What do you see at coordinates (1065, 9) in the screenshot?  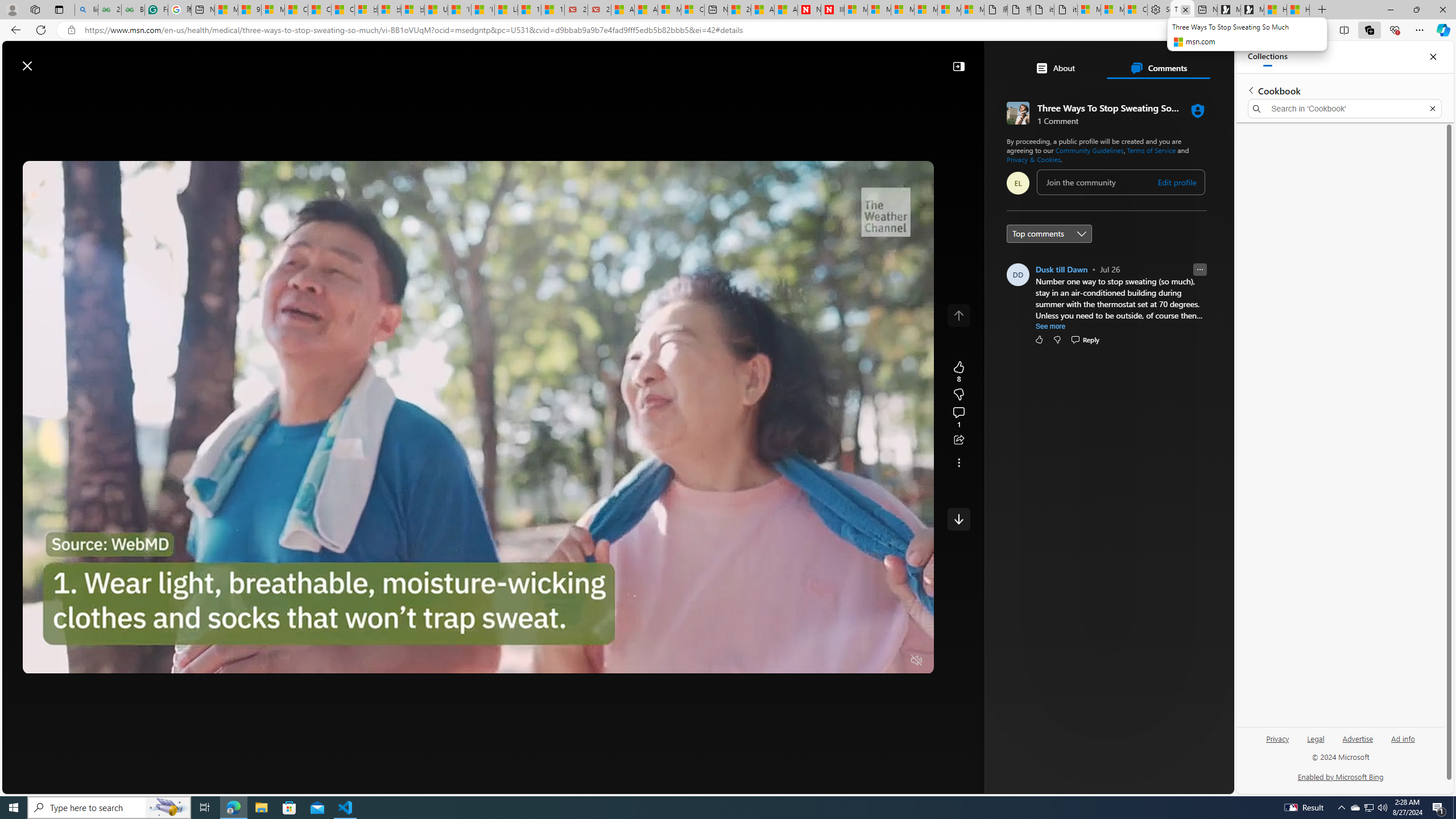 I see `'itconcepthk.com/projector_solutions.mp4'` at bounding box center [1065, 9].